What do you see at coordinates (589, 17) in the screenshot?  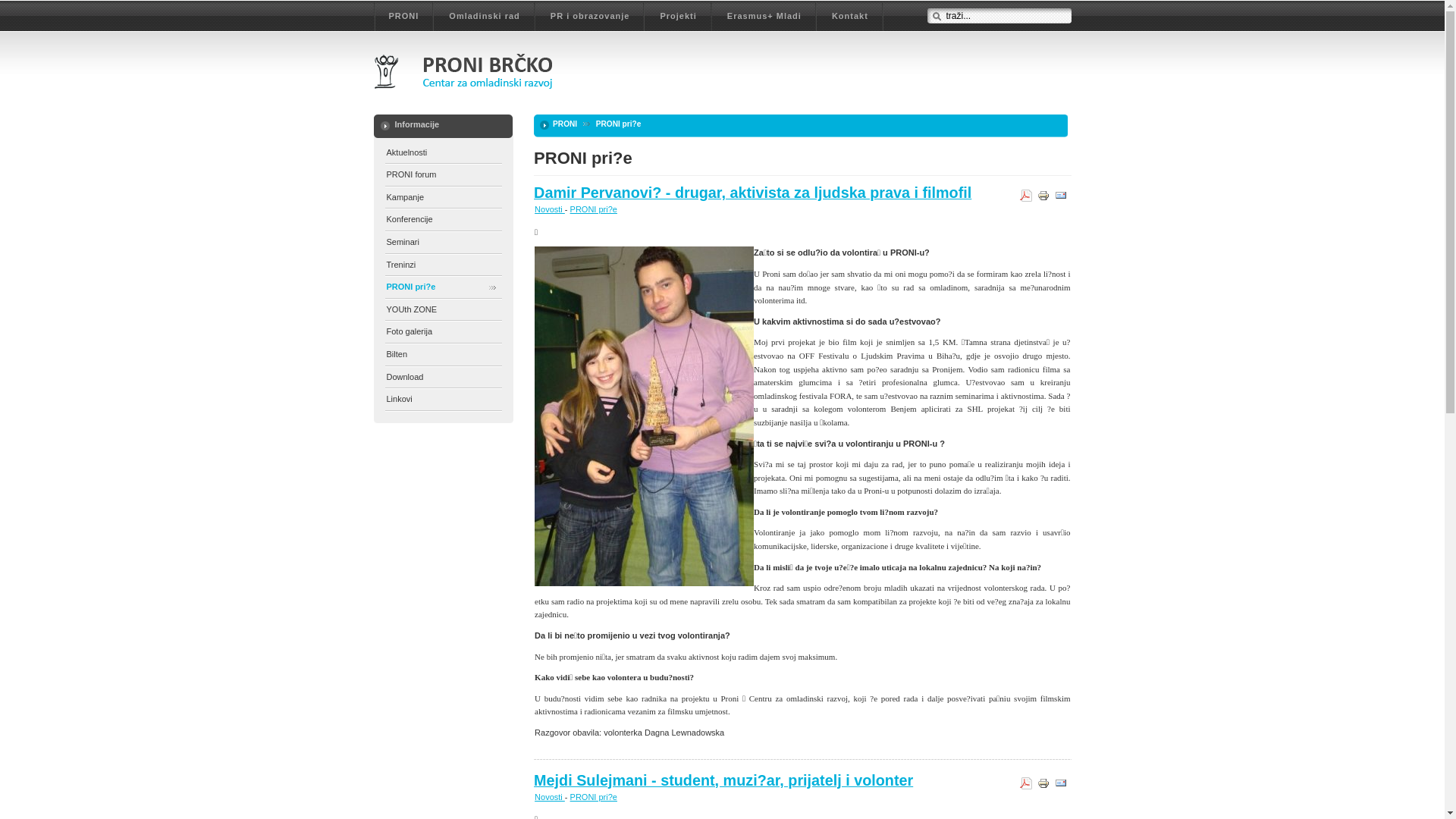 I see `'PR i obrazovanje'` at bounding box center [589, 17].